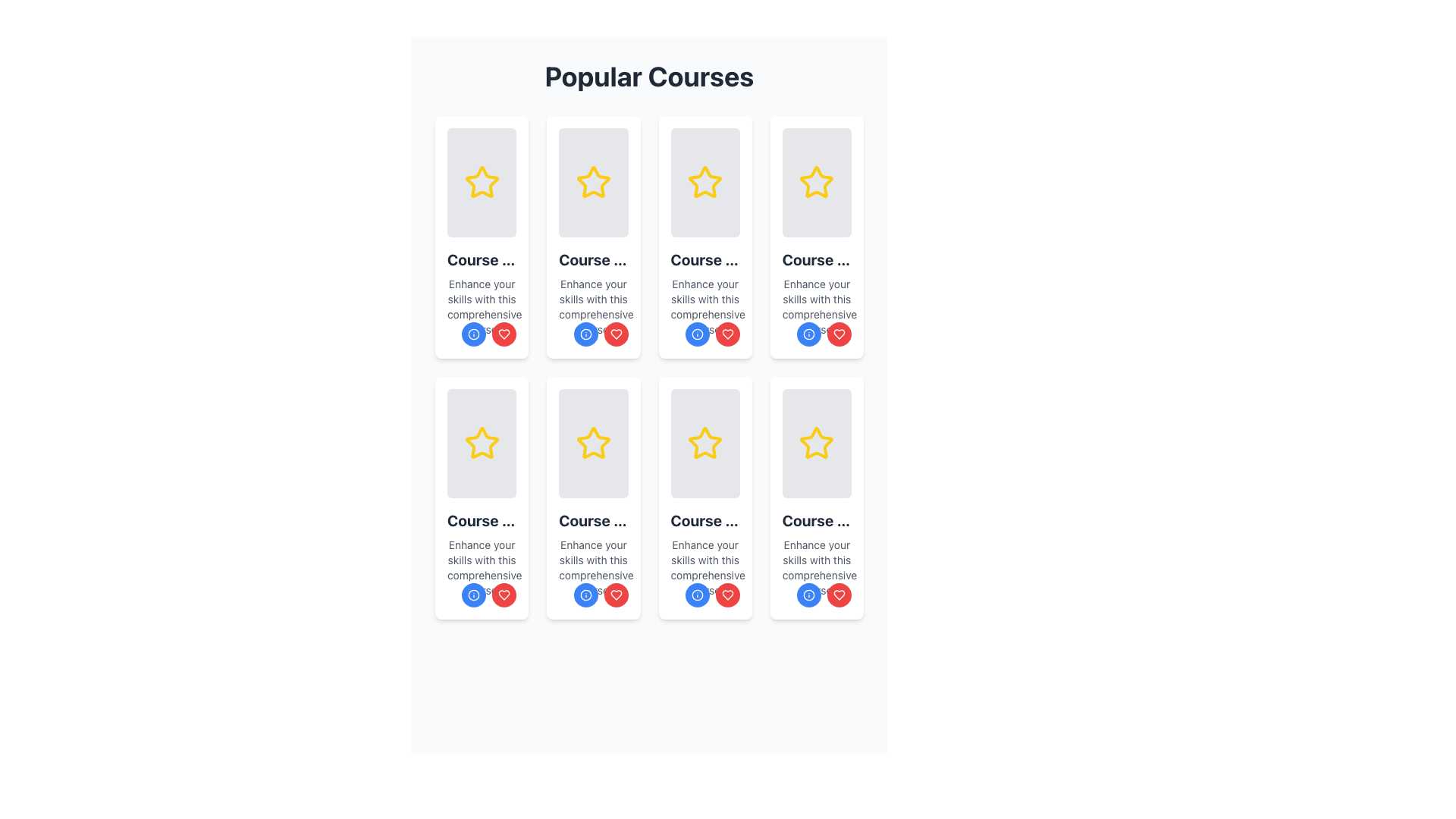 The image size is (1456, 819). Describe the element at coordinates (585, 333) in the screenshot. I see `the circular blue button with an 'info' icon located at the bottom-right corner of the card` at that location.